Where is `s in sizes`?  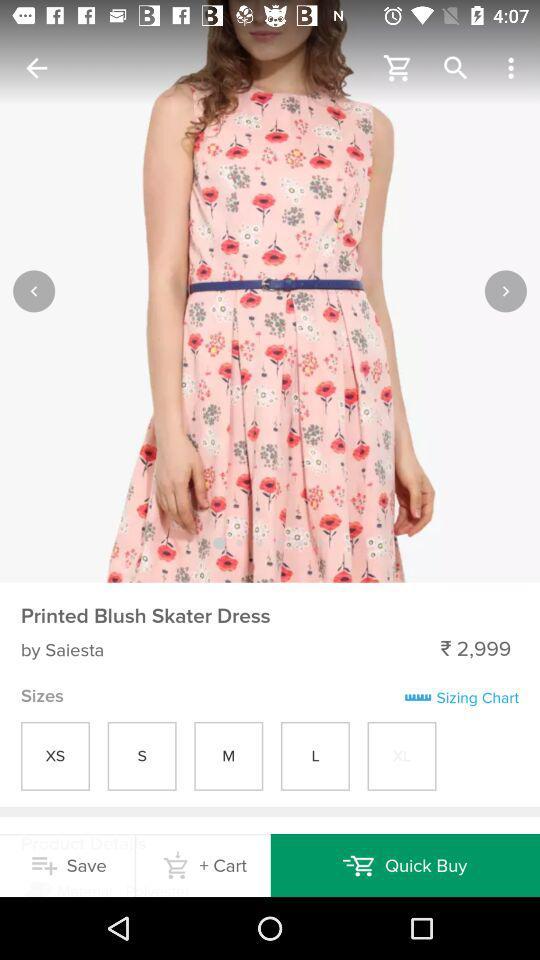
s in sizes is located at coordinates (141, 755).